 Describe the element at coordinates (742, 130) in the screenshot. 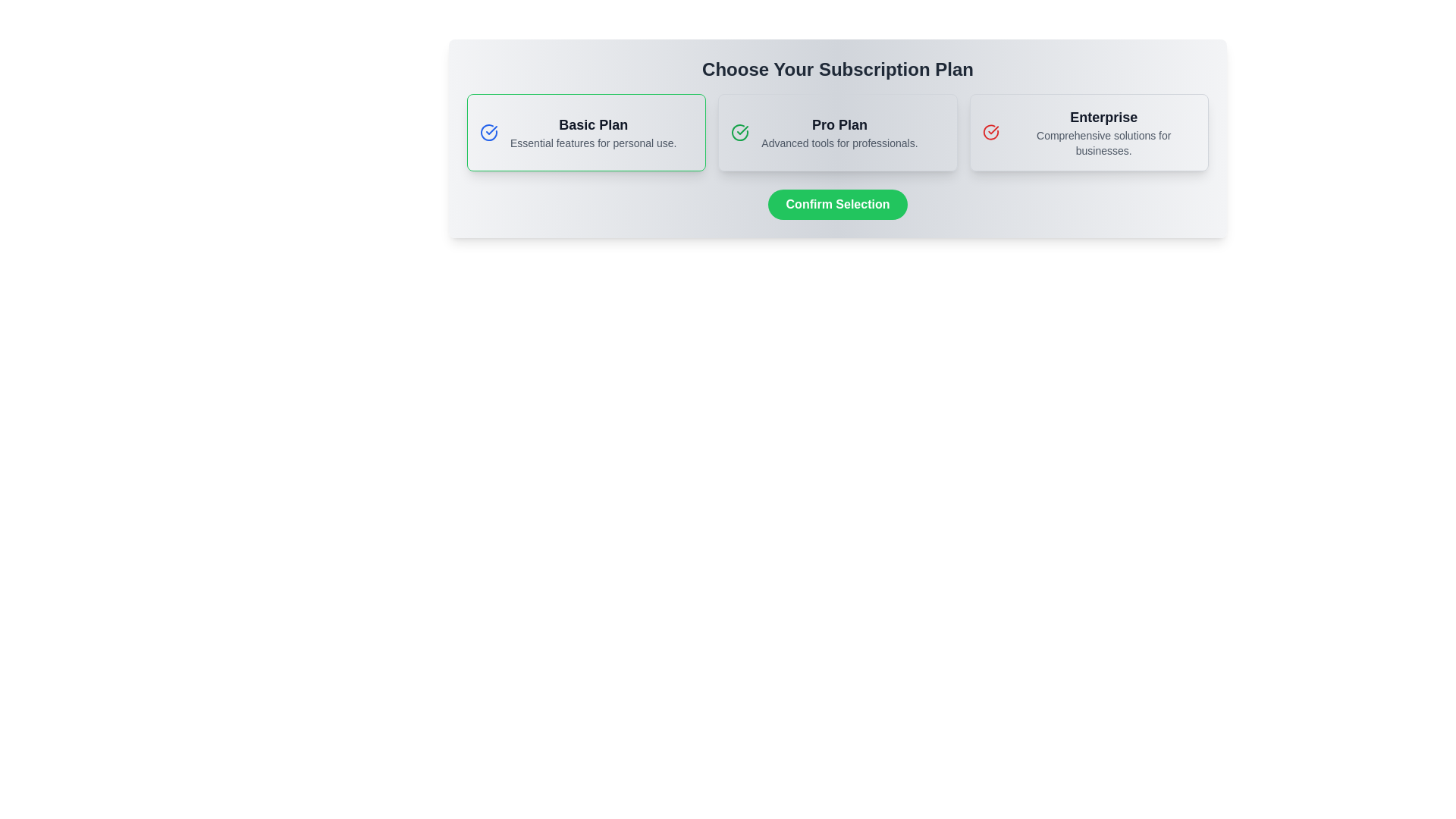

I see `the checkmark icon indicating the selection state of the 'Basic Plan' in the subscription plan selection interface to detect any hover-specific effects` at that location.